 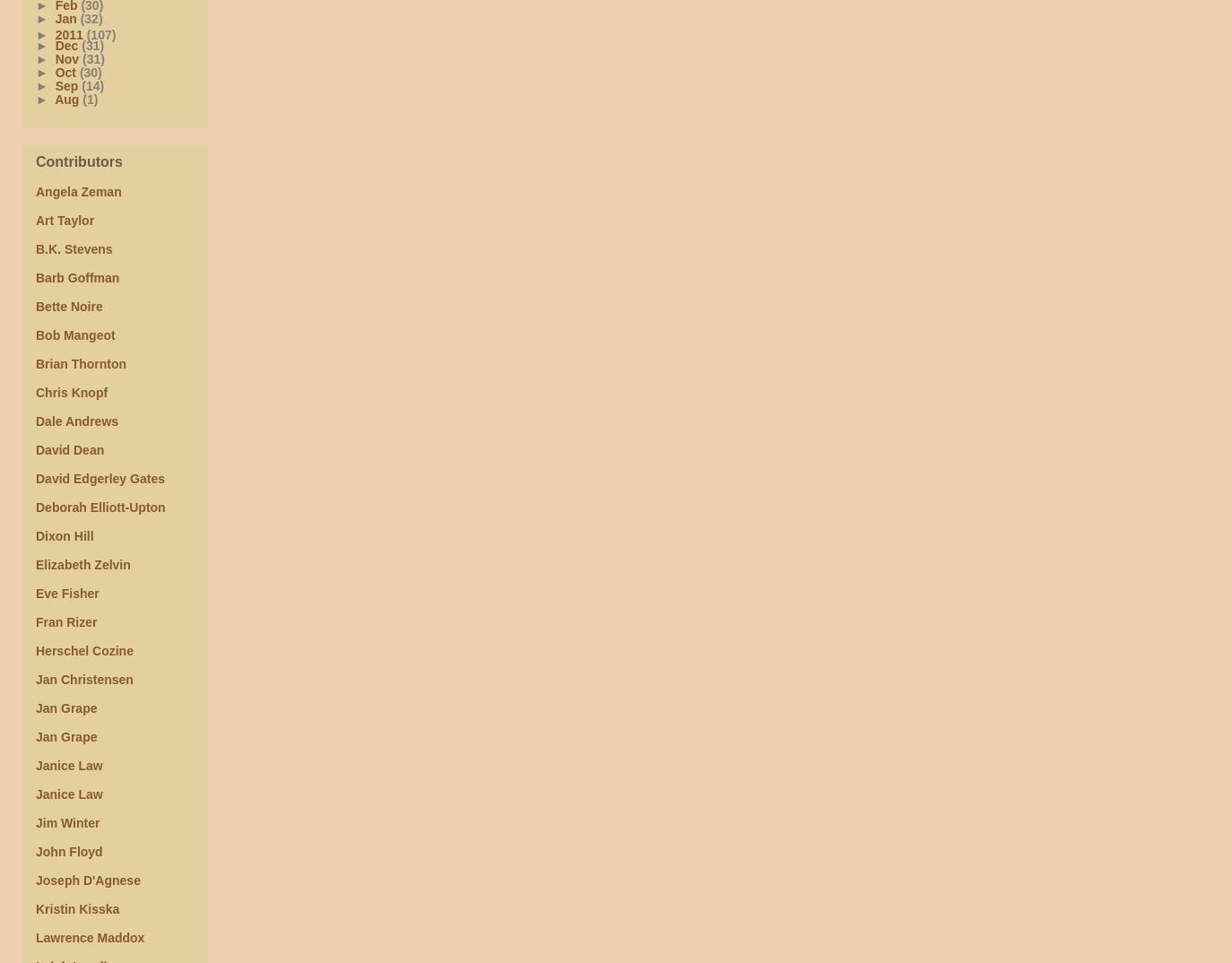 What do you see at coordinates (34, 651) in the screenshot?
I see `'Herschel Cozine'` at bounding box center [34, 651].